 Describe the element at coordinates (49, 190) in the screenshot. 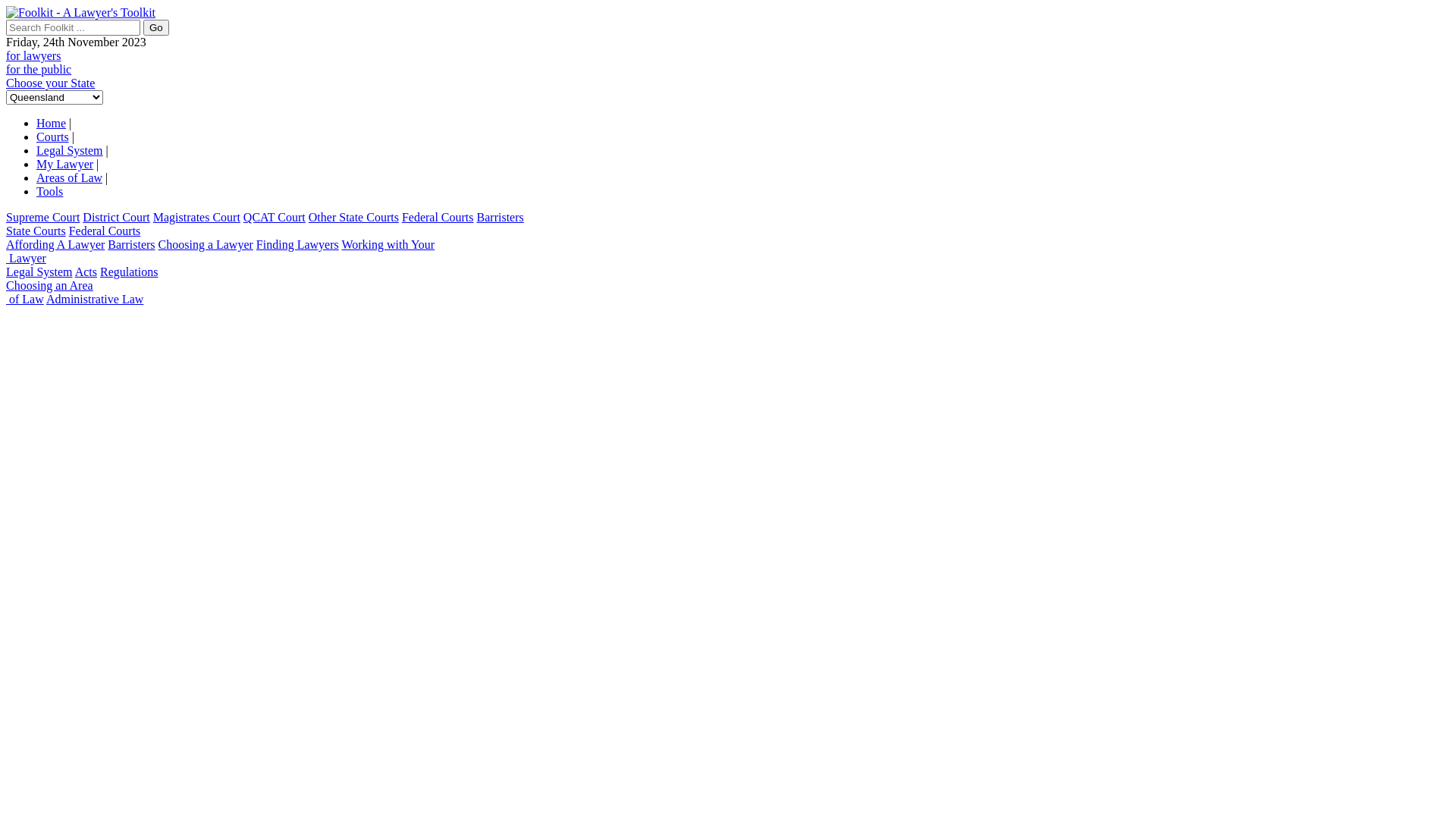

I see `'Tools'` at that location.